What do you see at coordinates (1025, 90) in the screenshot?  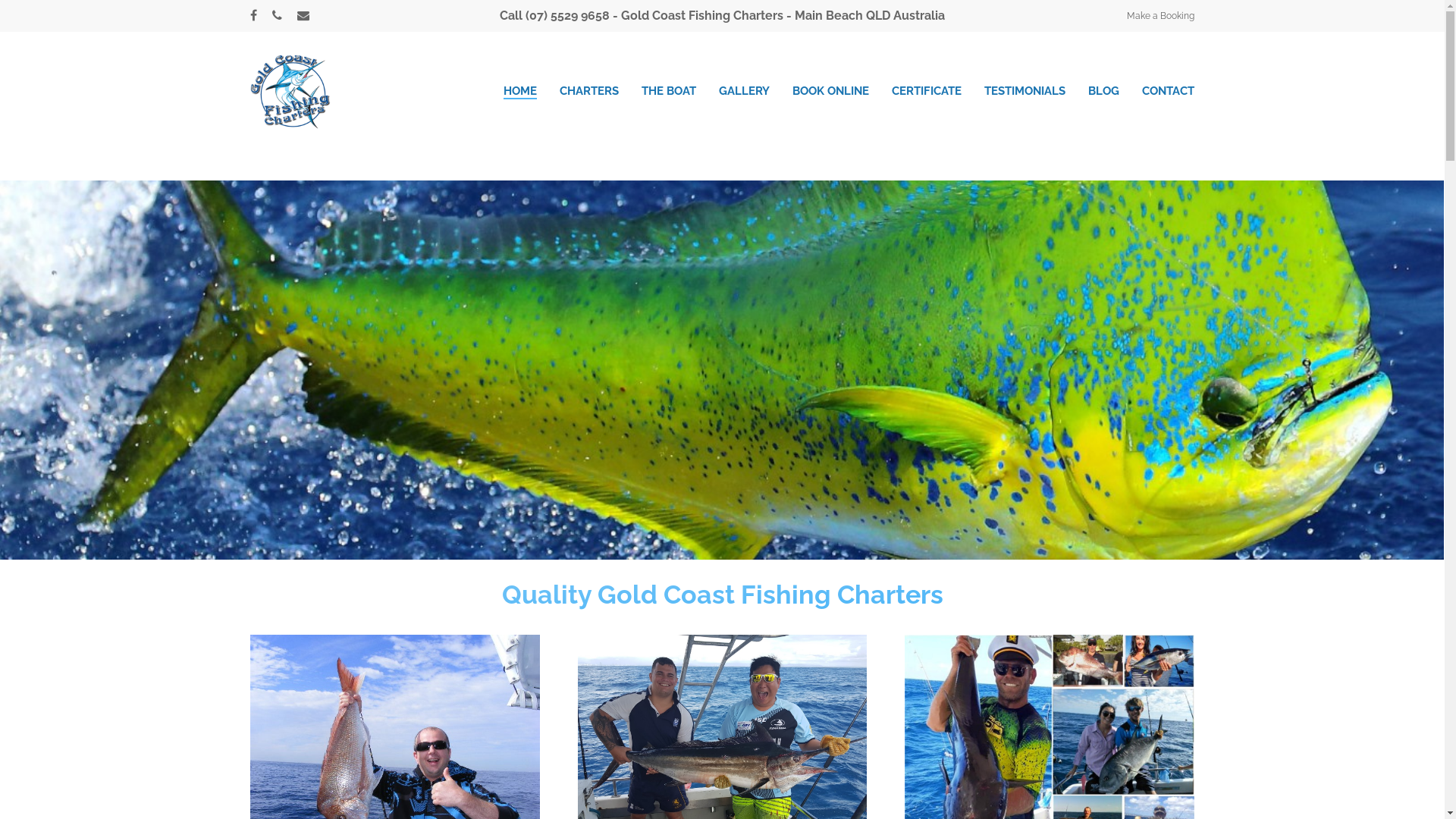 I see `'TESTIMONIALS'` at bounding box center [1025, 90].